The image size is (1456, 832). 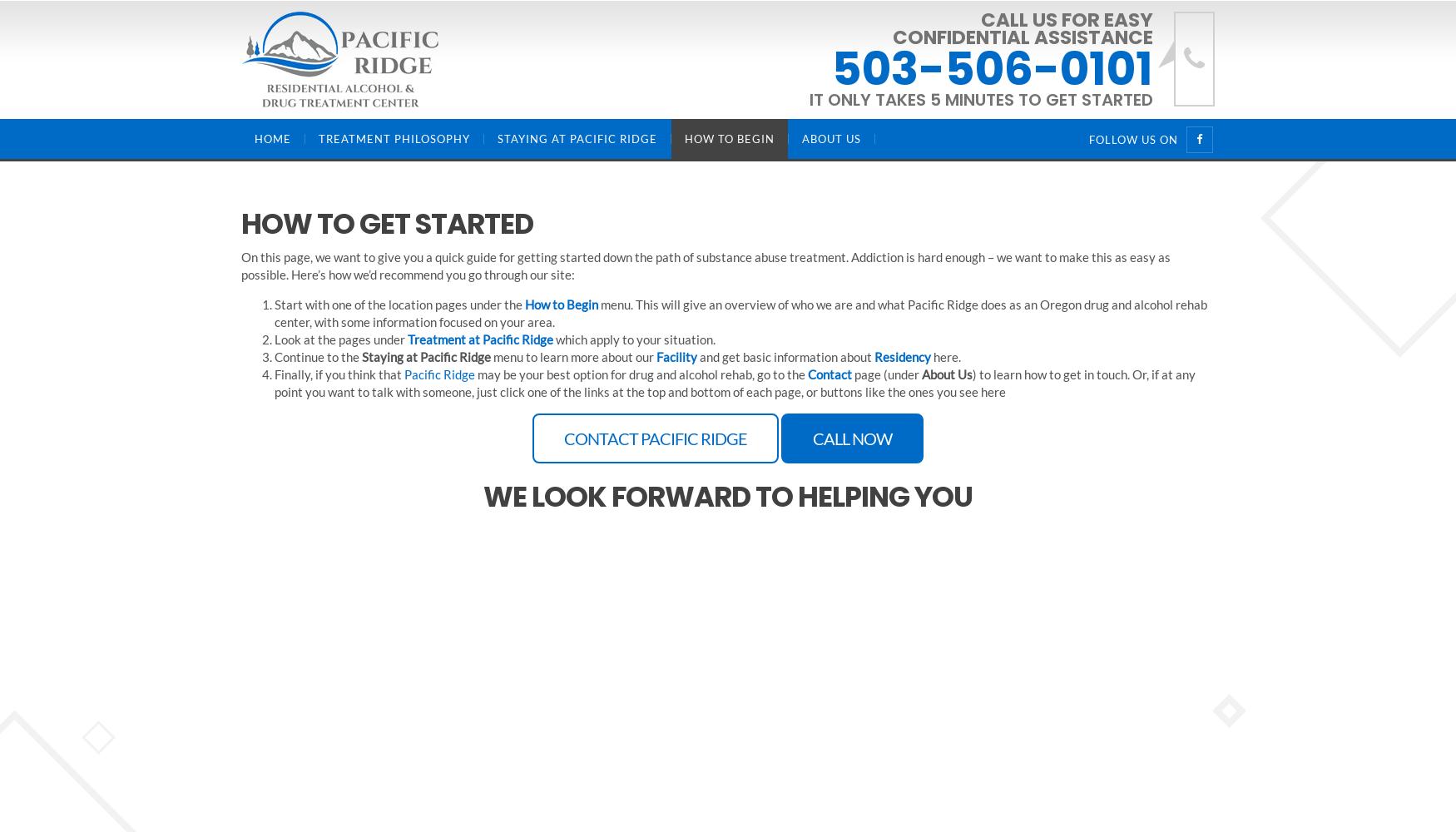 I want to click on 'Facility', so click(x=676, y=357).